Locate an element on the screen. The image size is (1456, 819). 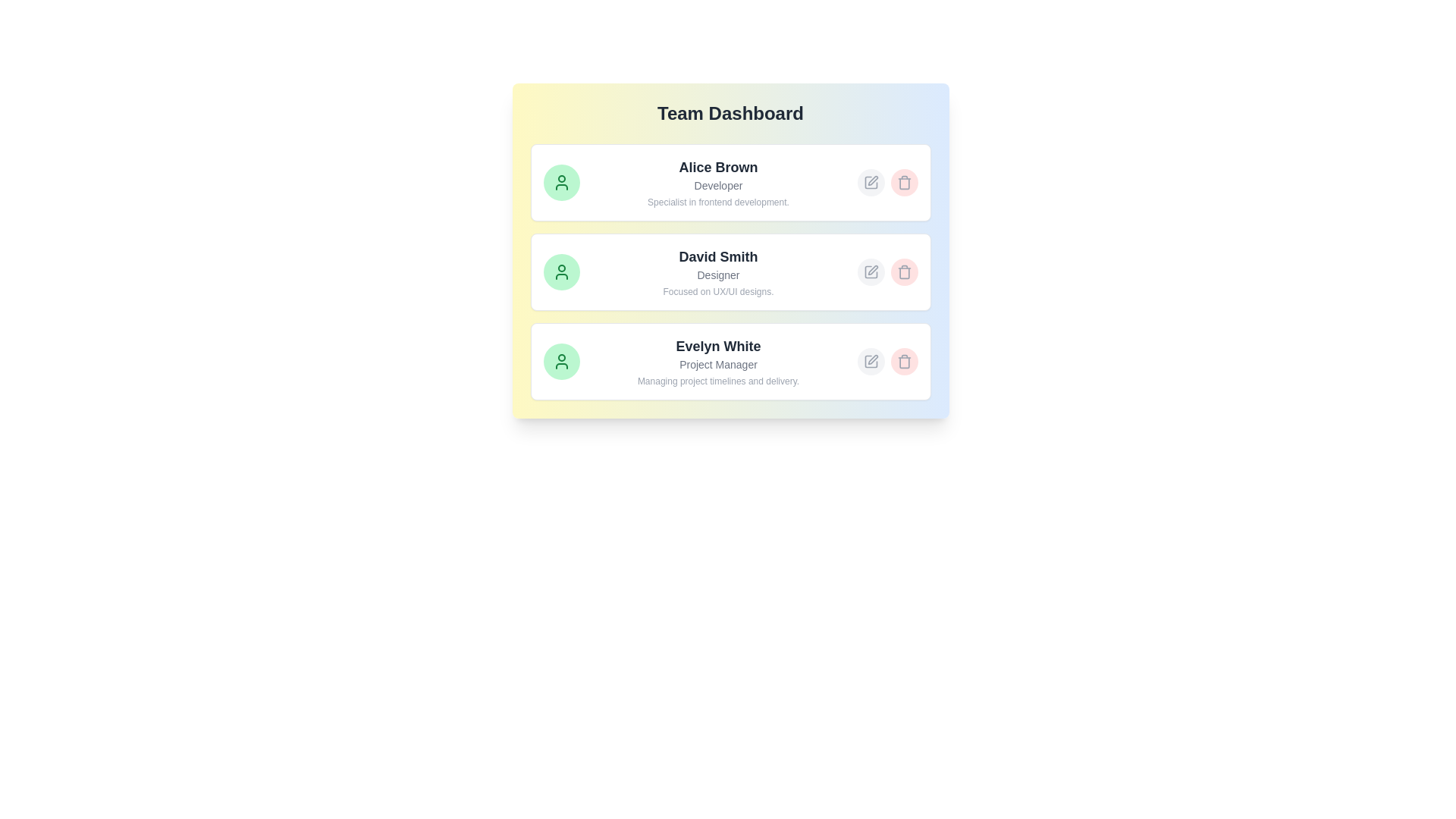
the trash can icon located at the right end of the third user entry 'Evelyn White' is located at coordinates (904, 362).